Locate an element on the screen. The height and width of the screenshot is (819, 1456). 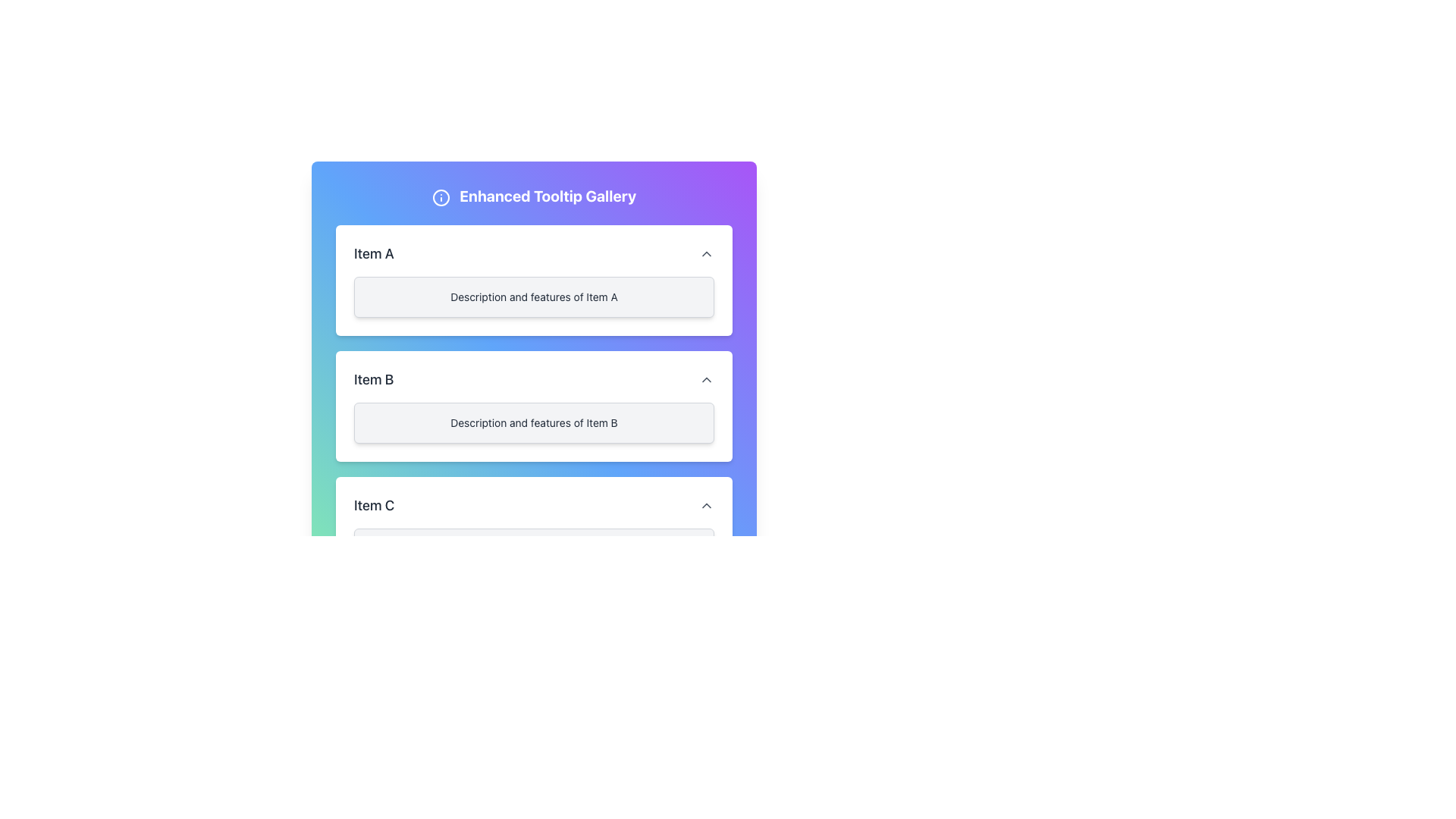
the icon resembling an outlined circle with an information symbol inside it, located to the left of the 'Enhanced Tooltip Gallery' header text is located at coordinates (440, 196).